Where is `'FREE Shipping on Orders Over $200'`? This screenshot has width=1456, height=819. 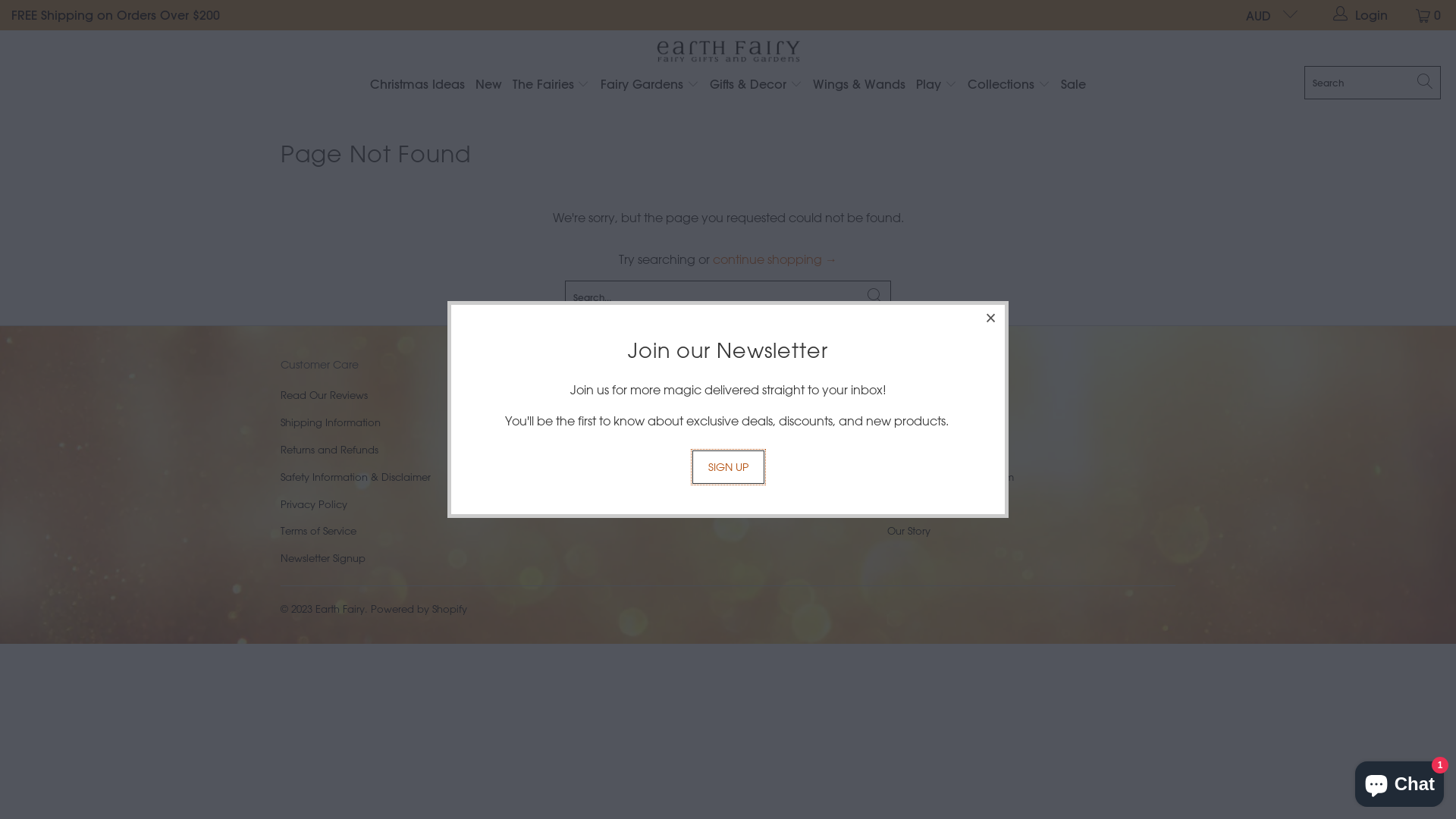
'FREE Shipping on Orders Over $200' is located at coordinates (115, 14).